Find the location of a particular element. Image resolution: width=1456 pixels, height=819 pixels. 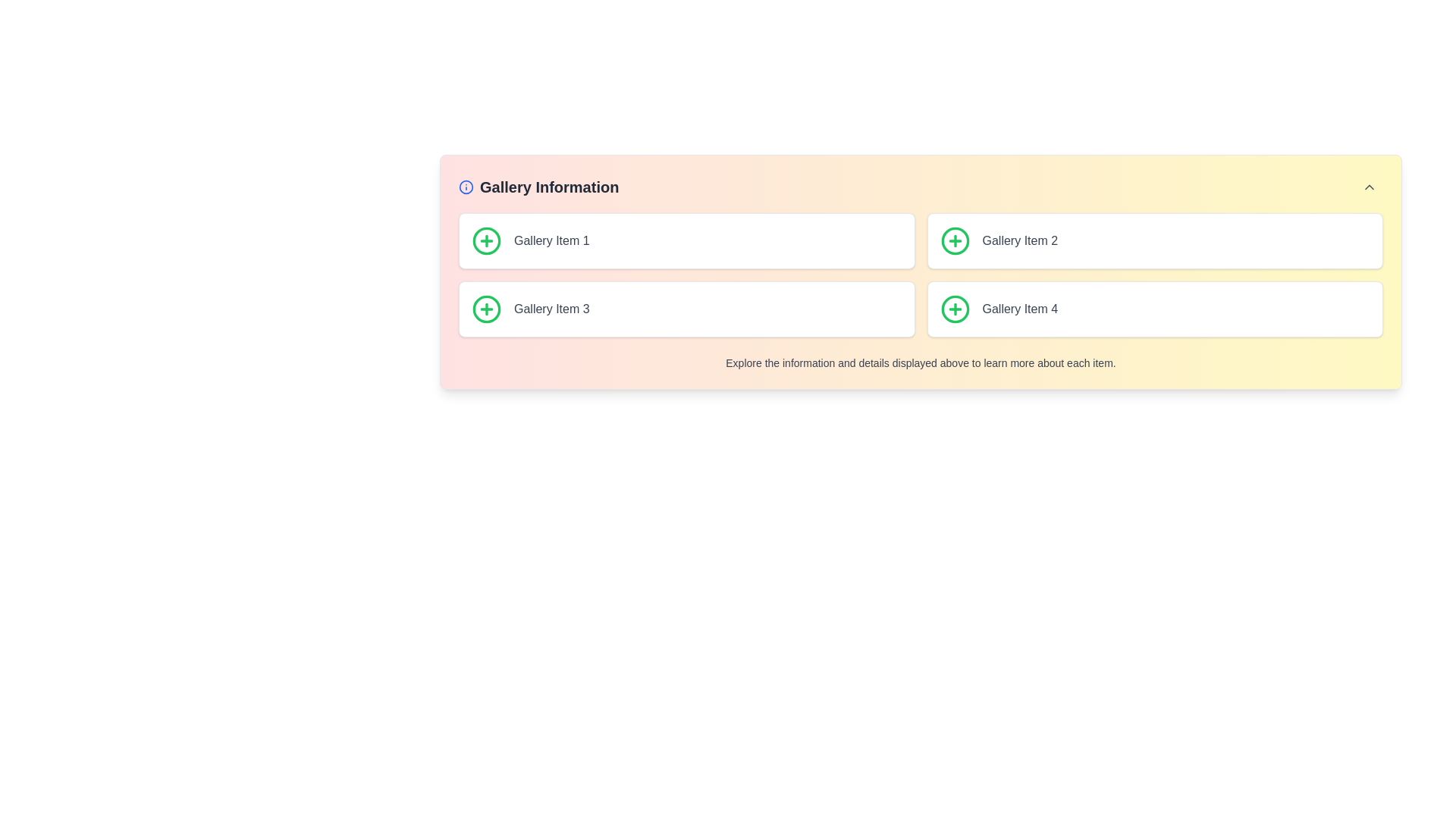

the 'Gallery Item 3' text label, which is centrally located in the second row, left column of the 2x2 grid under the 'Gallery Information' section is located at coordinates (551, 309).